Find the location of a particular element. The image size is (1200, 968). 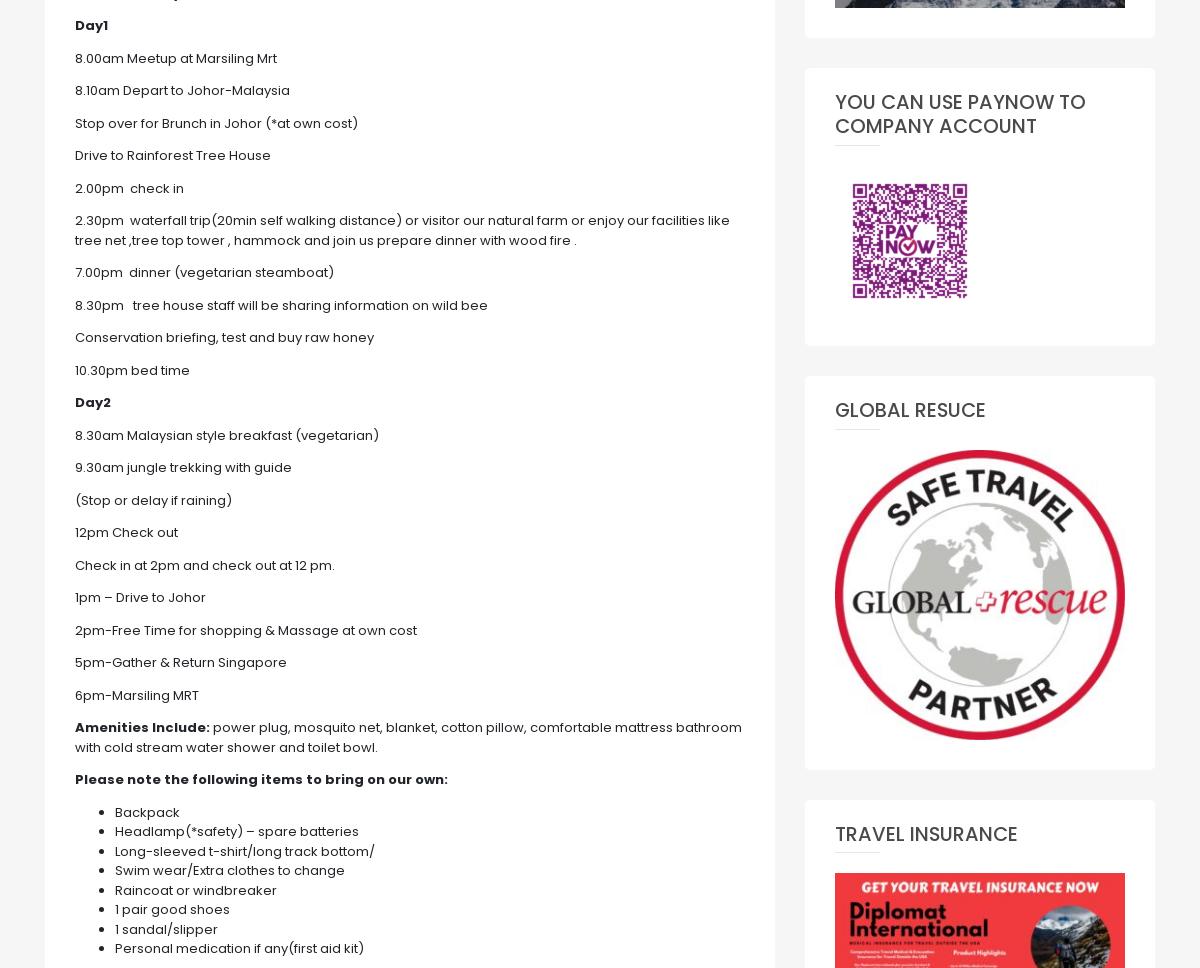

'Stop over for Brunch in Johor (*at own cost)' is located at coordinates (215, 121).